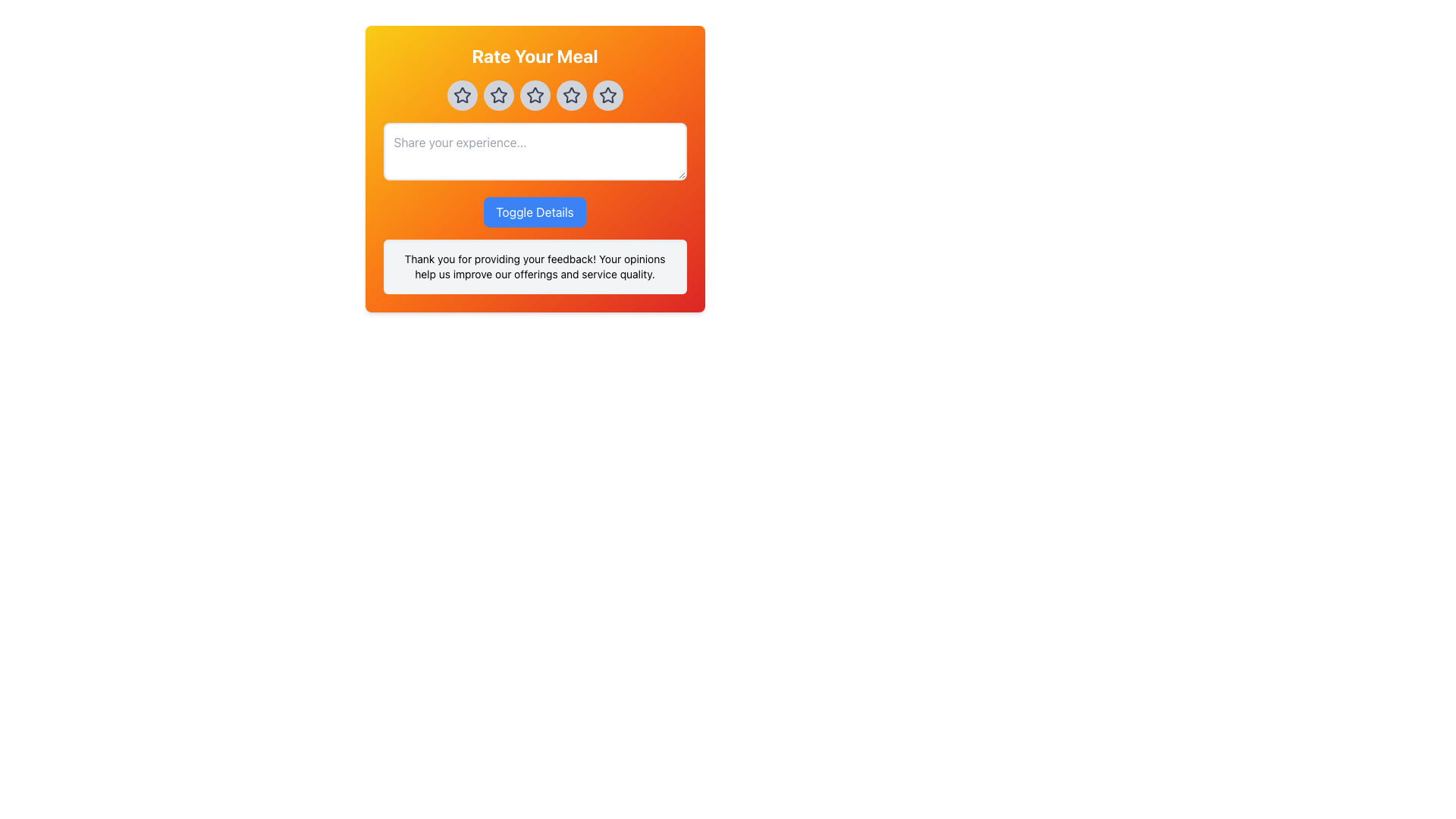 The height and width of the screenshot is (819, 1456). I want to click on the fifth star icon in the rating component, so click(607, 96).